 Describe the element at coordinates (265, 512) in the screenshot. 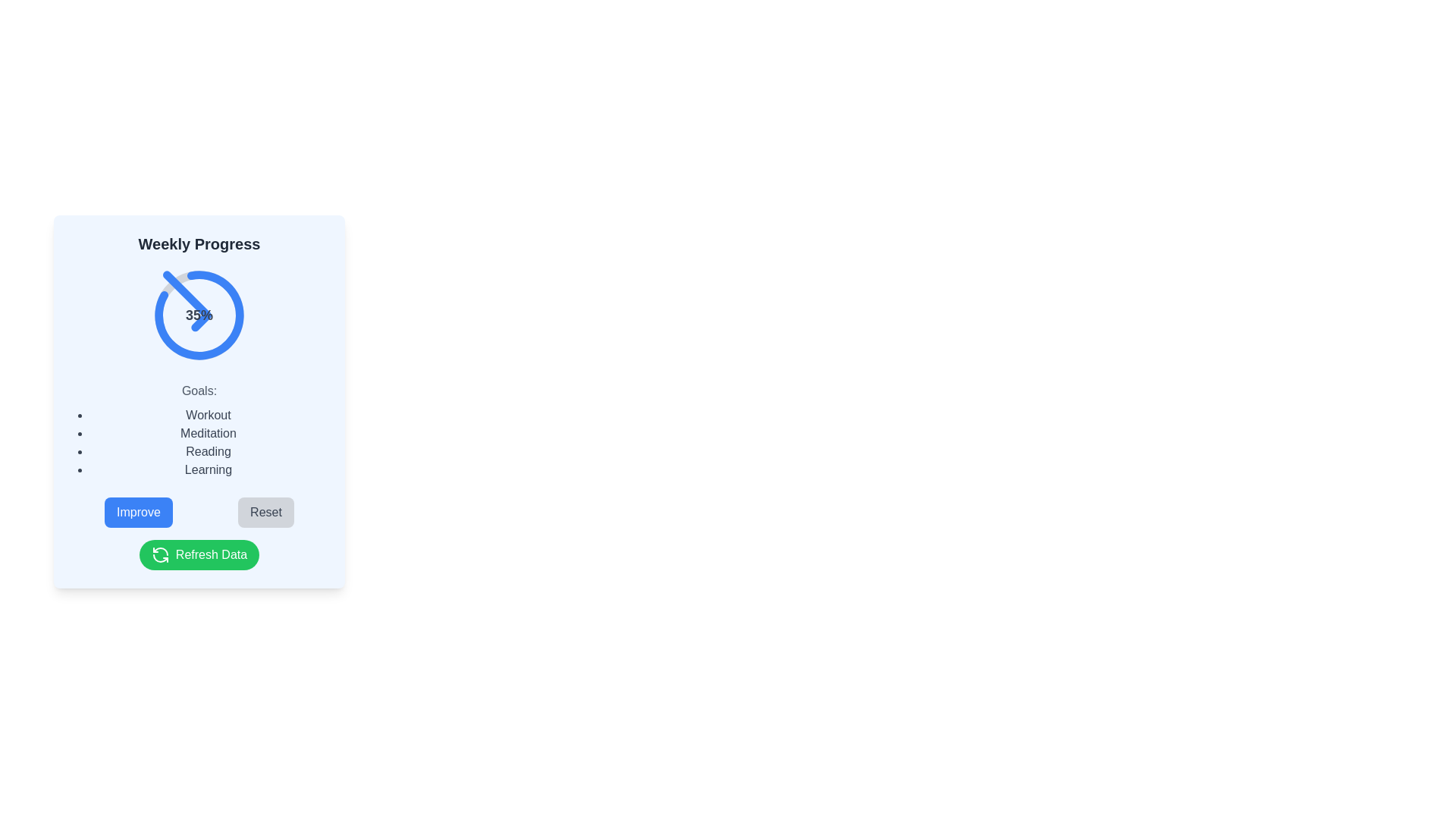

I see `the 'Reset' button, which is the second button in a group of two horizontally aligned buttons near the bottom of the panel, to observe the visual hover effect` at that location.